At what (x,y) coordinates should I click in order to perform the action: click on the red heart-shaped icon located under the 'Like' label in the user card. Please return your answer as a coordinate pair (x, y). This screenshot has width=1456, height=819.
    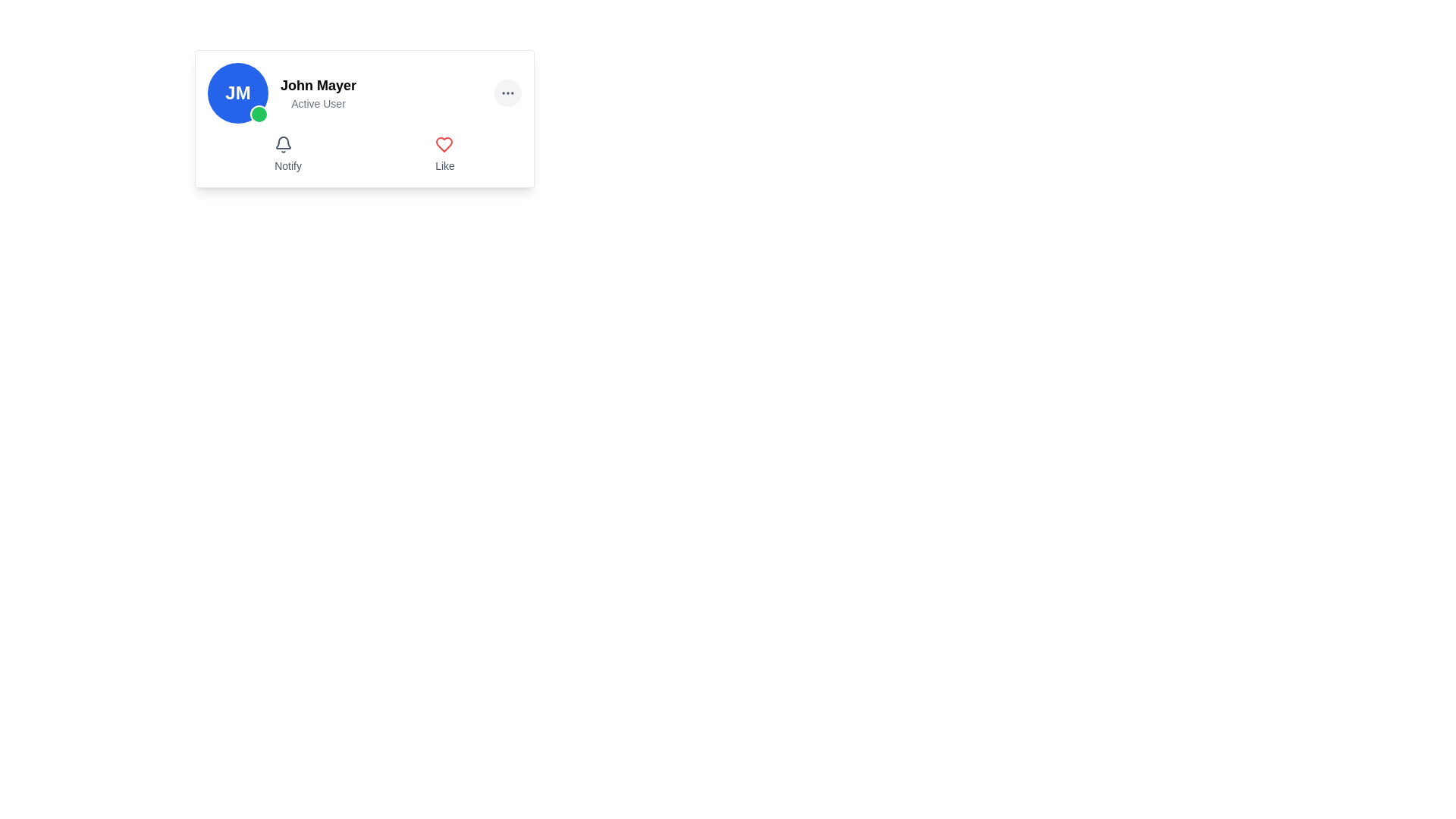
    Looking at the image, I should click on (444, 145).